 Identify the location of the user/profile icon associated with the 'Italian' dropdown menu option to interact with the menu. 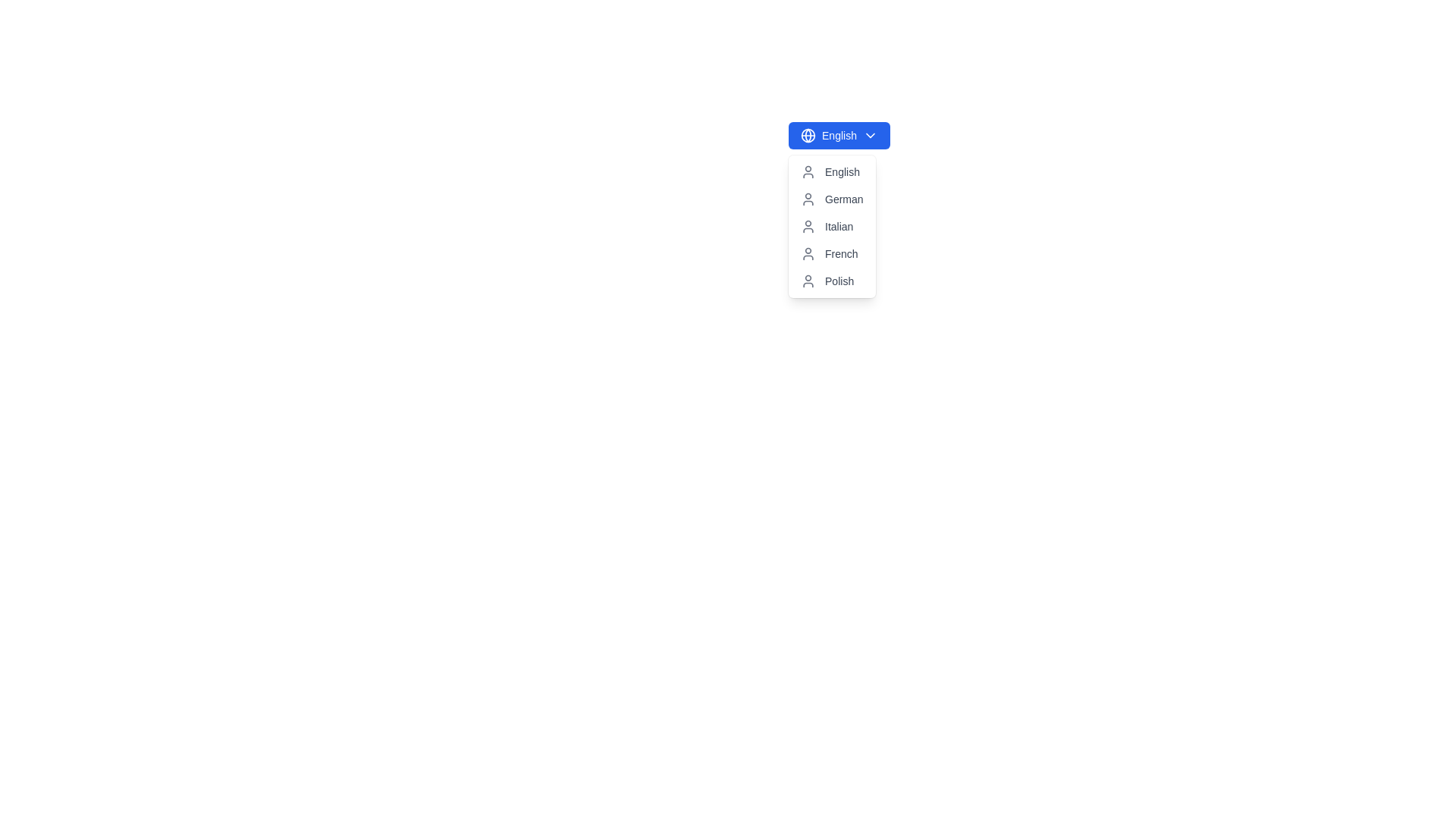
(807, 227).